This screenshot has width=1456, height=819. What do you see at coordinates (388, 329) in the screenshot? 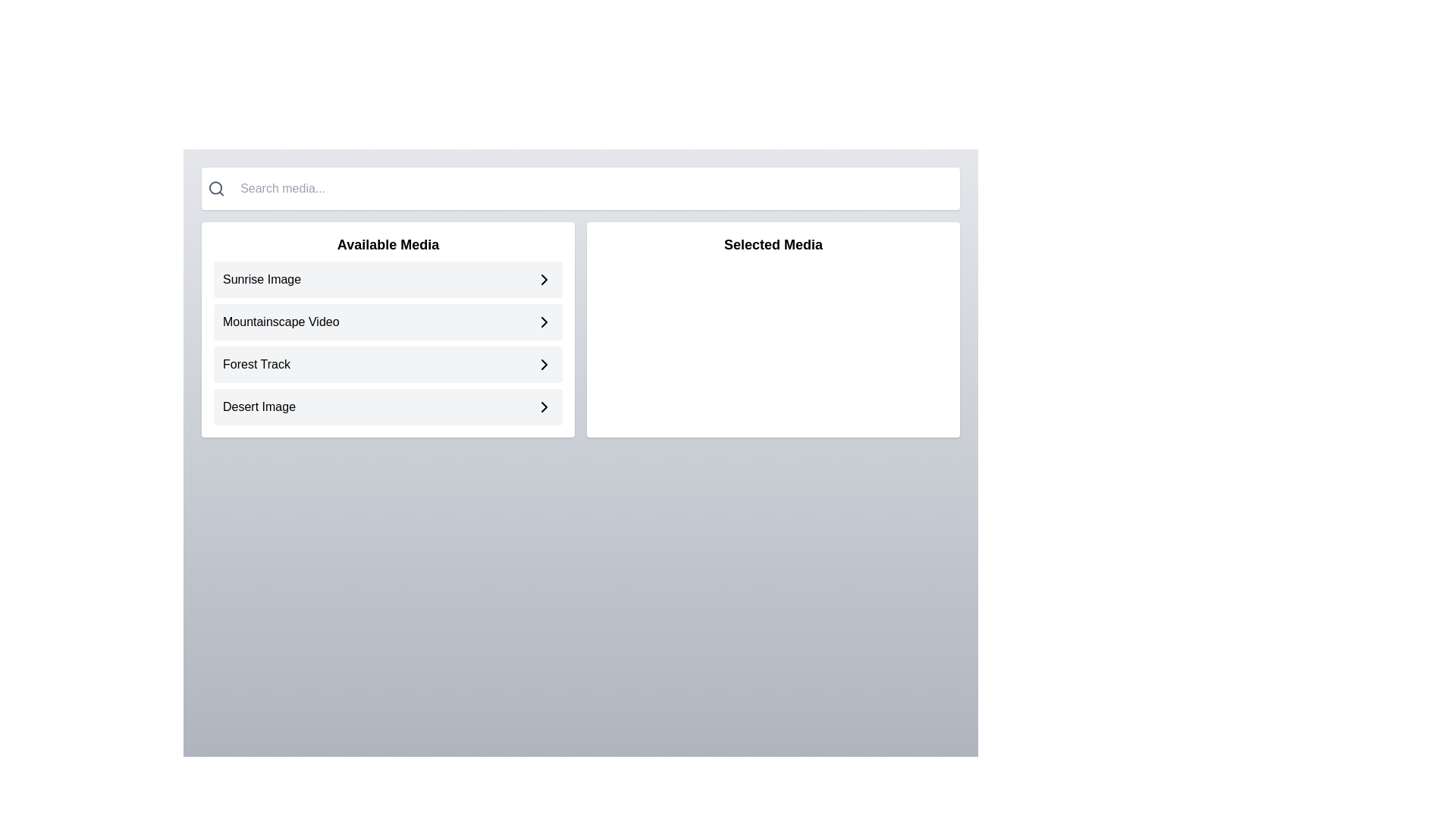
I see `the 'Available Media' item` at bounding box center [388, 329].